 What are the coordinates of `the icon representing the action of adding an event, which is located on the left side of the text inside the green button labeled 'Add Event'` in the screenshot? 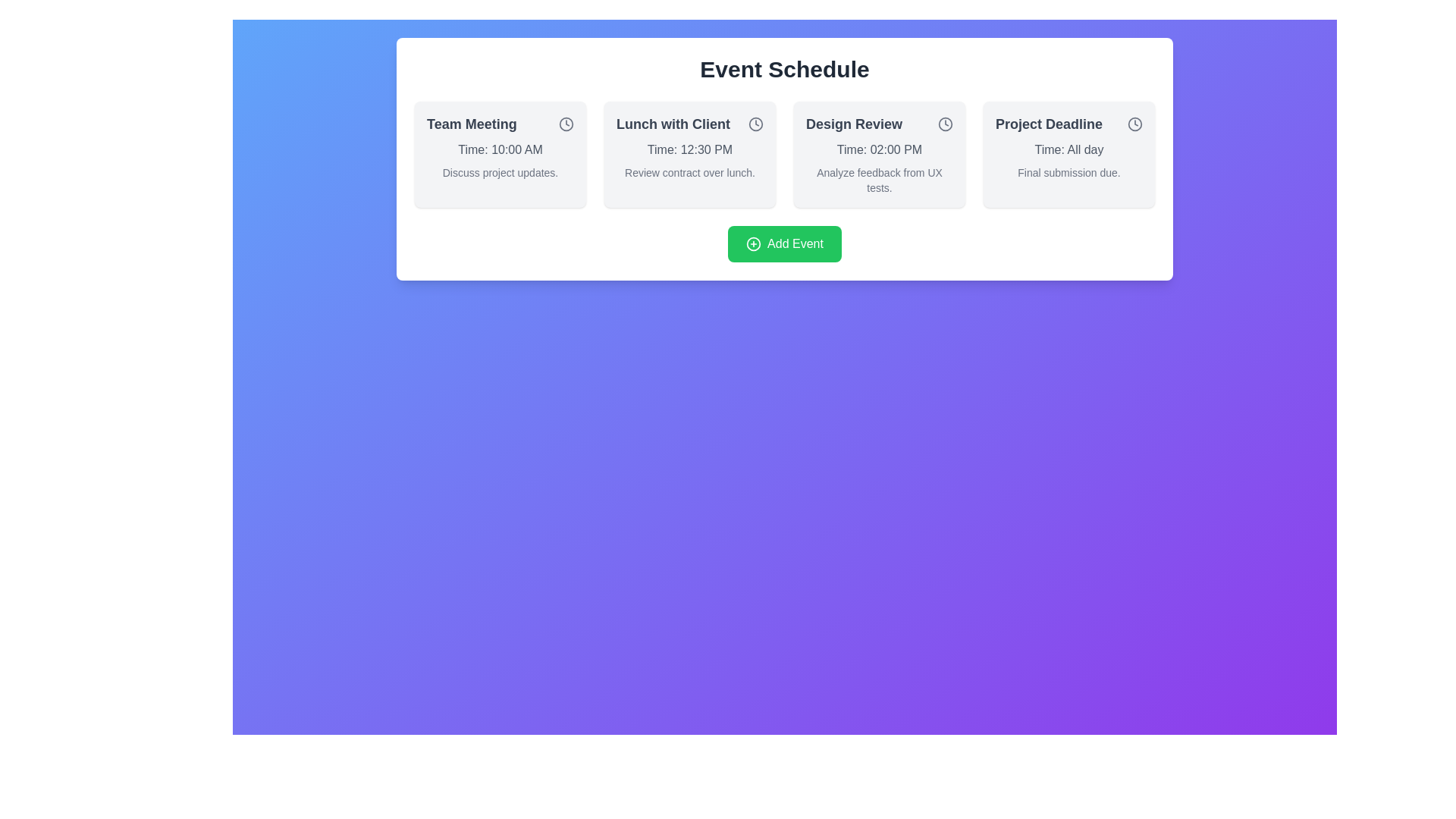 It's located at (754, 243).